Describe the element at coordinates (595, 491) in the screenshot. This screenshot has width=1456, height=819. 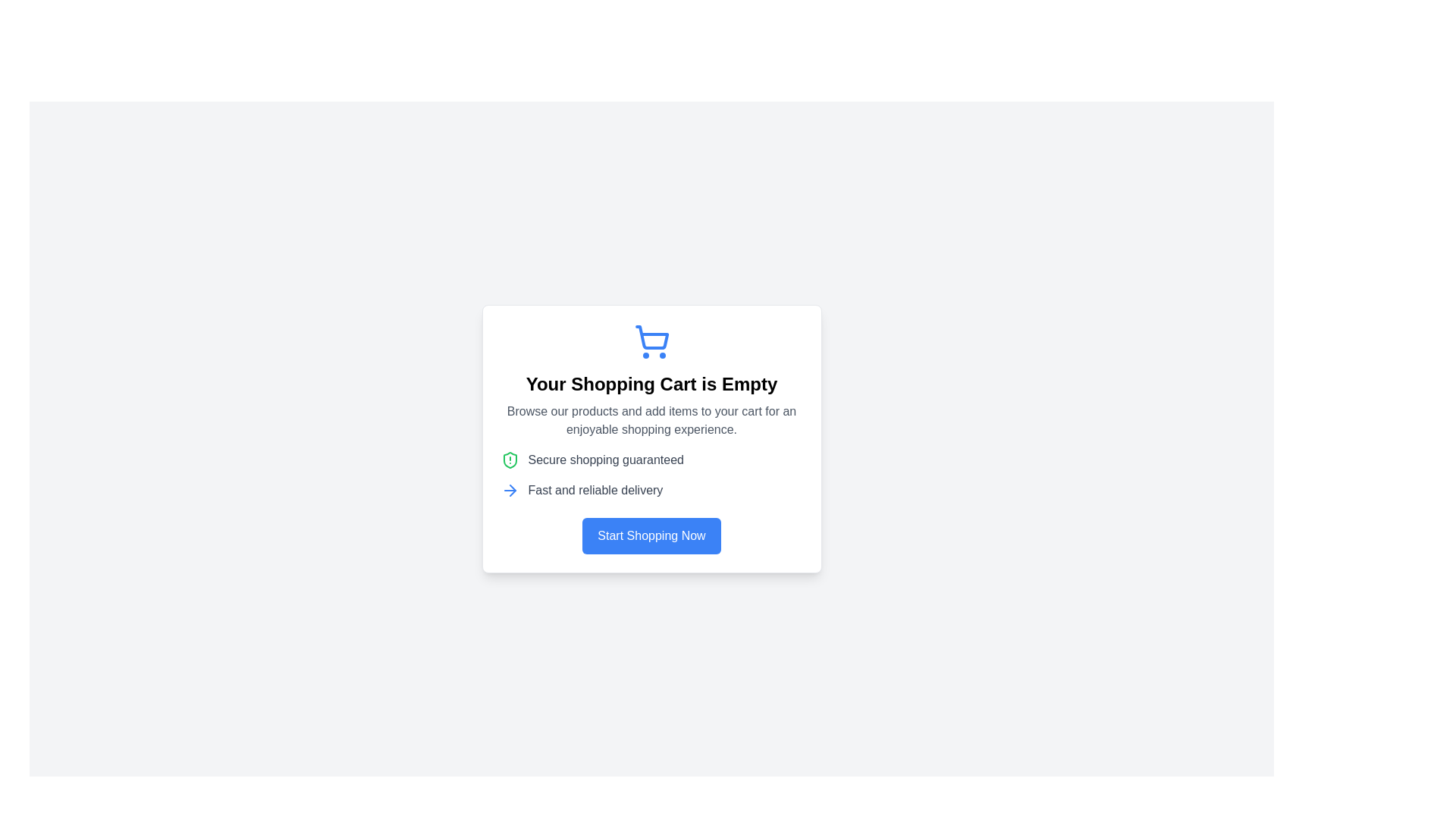
I see `the static text that describes a feature or service, located to the right of a blue arrow icon in a horizontal layout` at that location.